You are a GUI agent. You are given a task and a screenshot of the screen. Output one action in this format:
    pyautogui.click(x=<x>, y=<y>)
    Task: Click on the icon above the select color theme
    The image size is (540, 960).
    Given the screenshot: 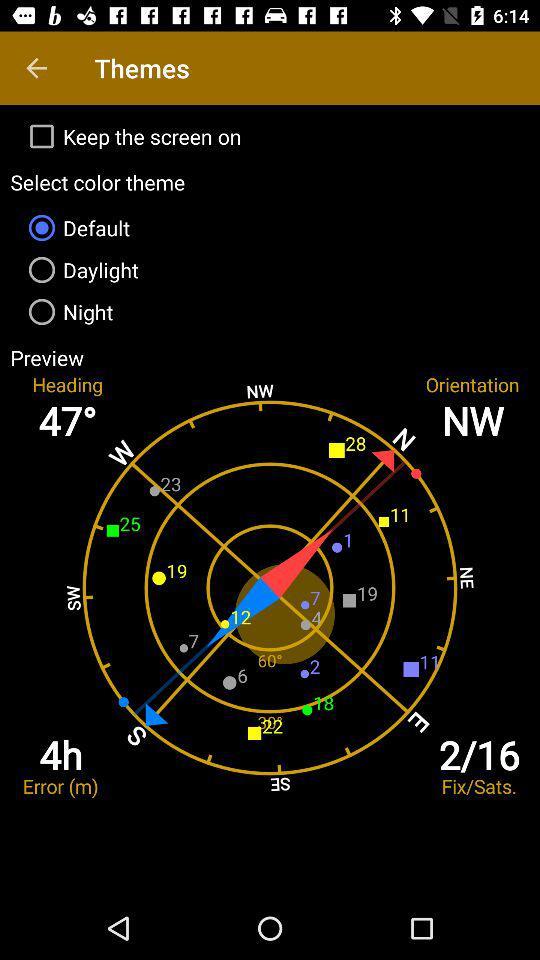 What is the action you would take?
    pyautogui.click(x=270, y=135)
    